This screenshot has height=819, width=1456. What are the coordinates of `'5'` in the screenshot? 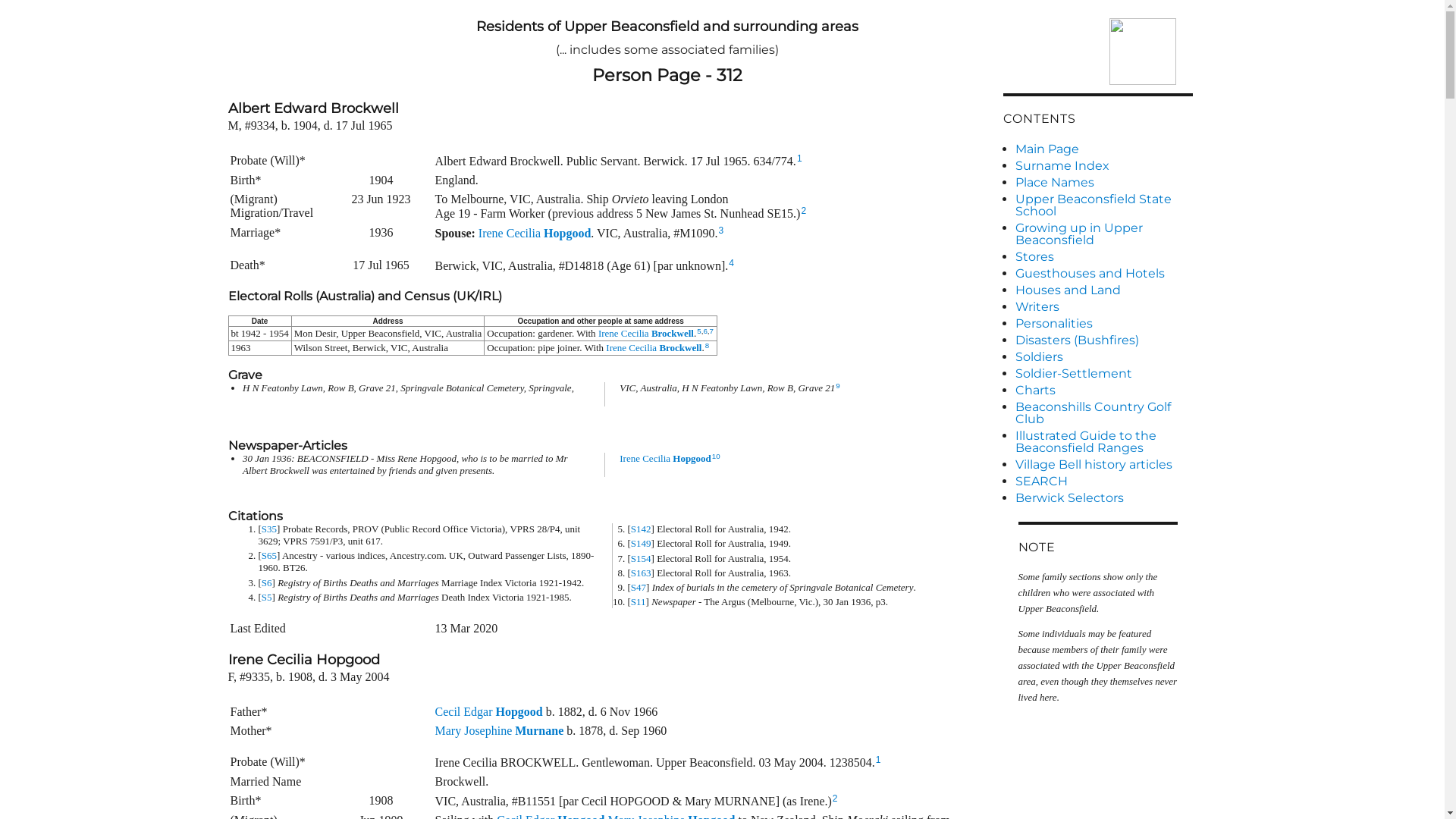 It's located at (698, 330).